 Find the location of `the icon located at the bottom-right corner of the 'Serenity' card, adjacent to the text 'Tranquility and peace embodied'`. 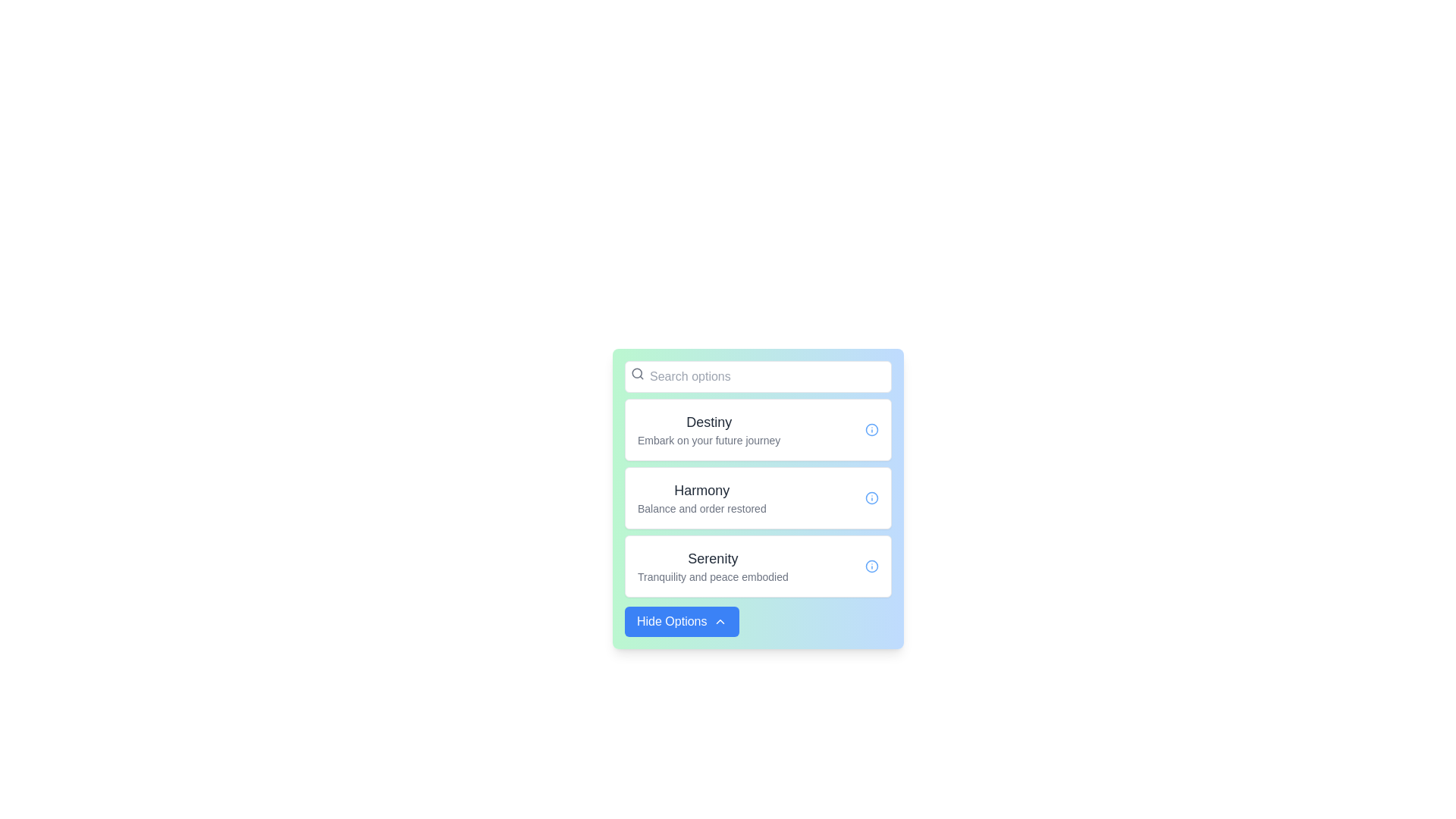

the icon located at the bottom-right corner of the 'Serenity' card, adjacent to the text 'Tranquility and peace embodied' is located at coordinates (872, 566).